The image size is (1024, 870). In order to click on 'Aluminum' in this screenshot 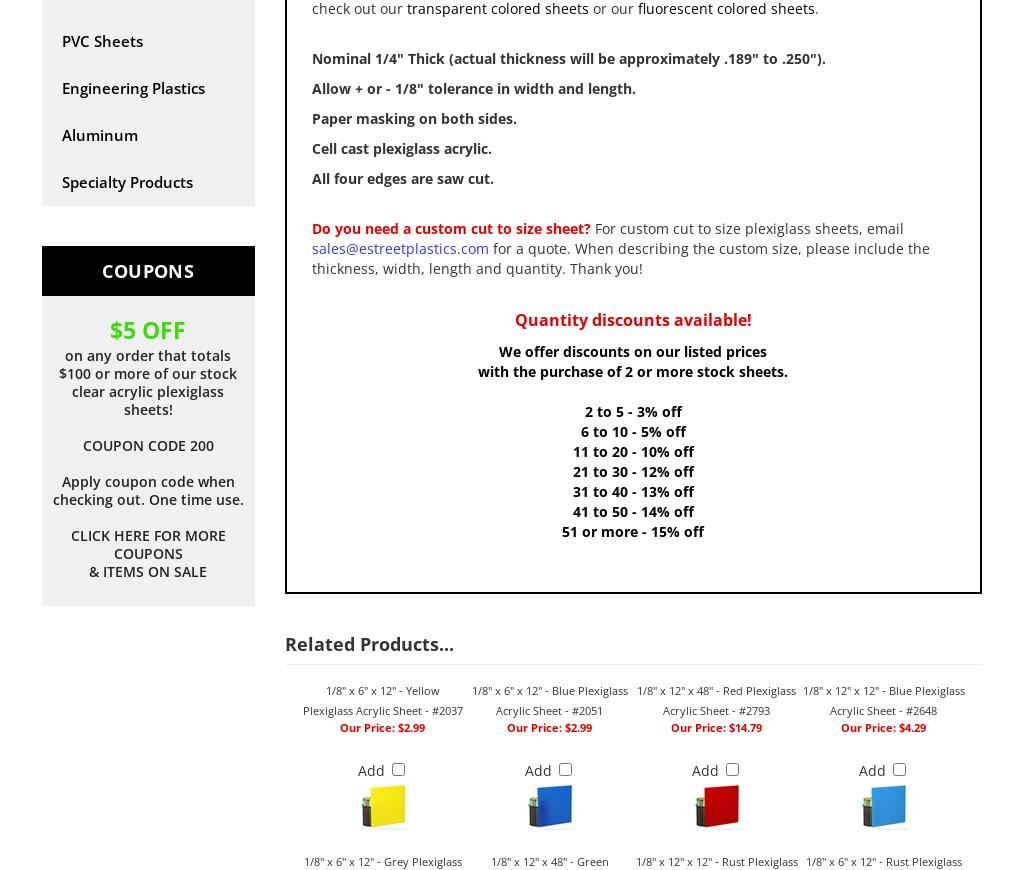, I will do `click(100, 134)`.